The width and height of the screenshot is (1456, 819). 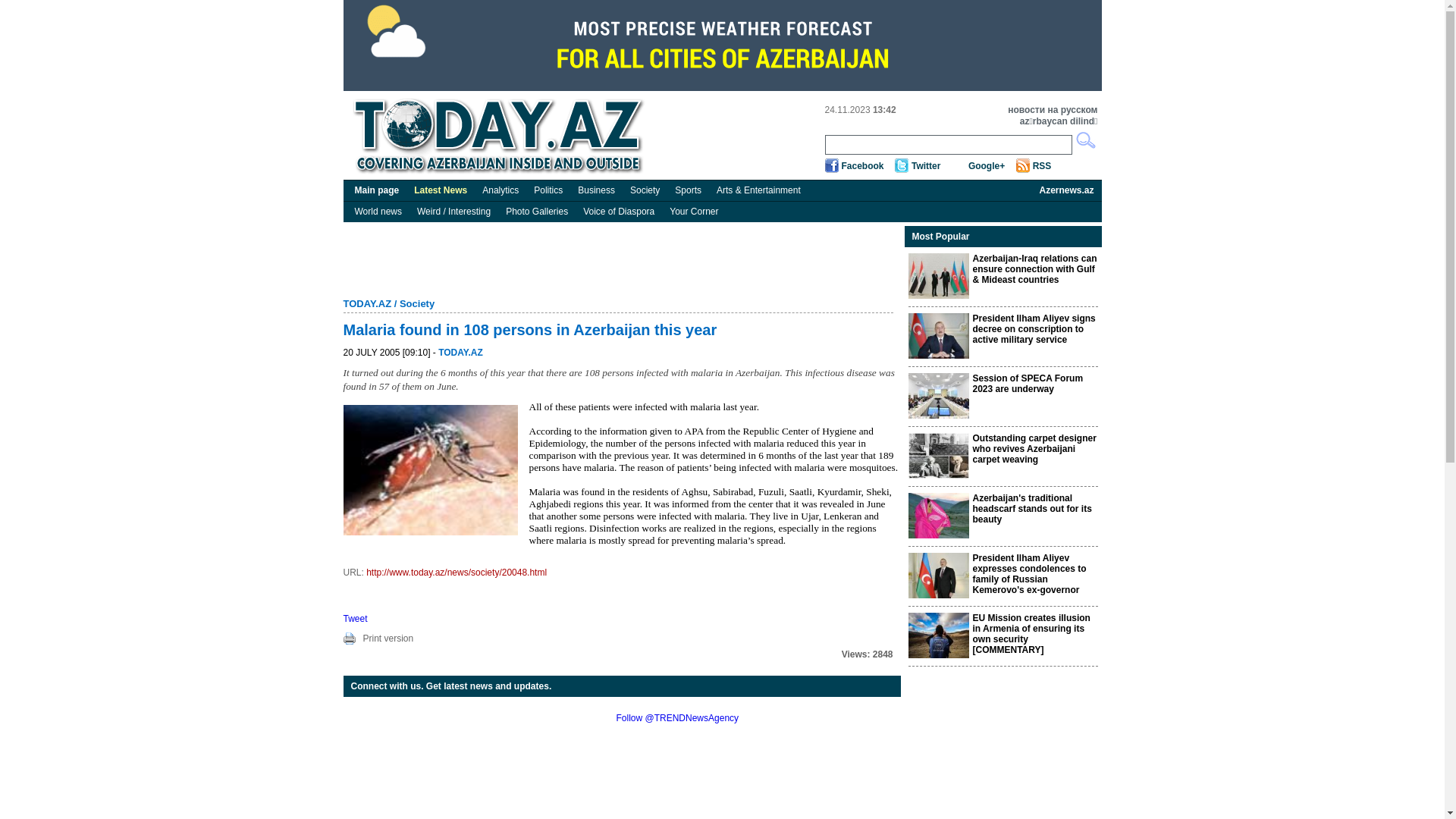 What do you see at coordinates (615, 717) in the screenshot?
I see `'Follow @TRENDNewsAgency'` at bounding box center [615, 717].